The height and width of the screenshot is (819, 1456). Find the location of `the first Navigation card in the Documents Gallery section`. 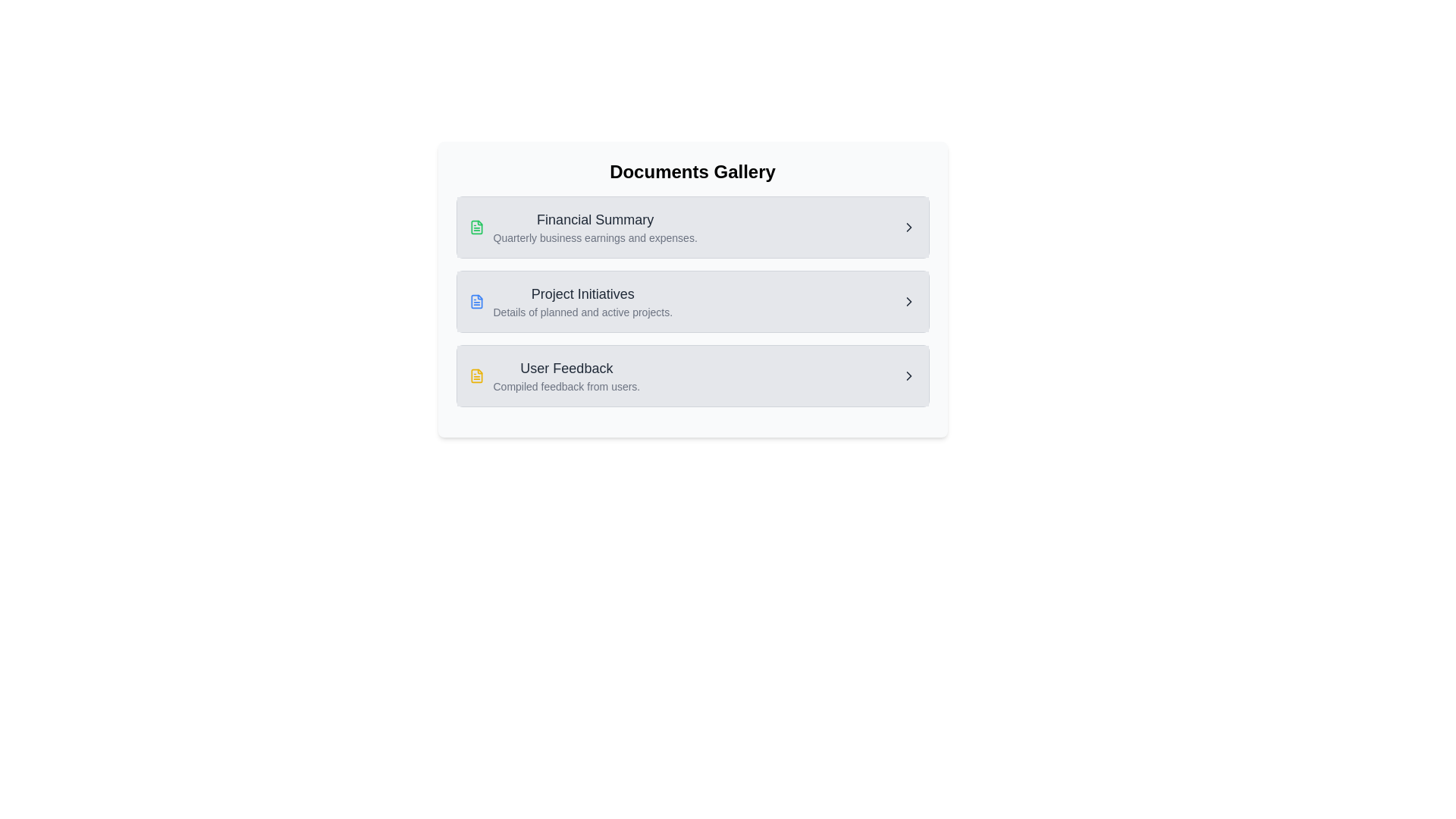

the first Navigation card in the Documents Gallery section is located at coordinates (692, 227).